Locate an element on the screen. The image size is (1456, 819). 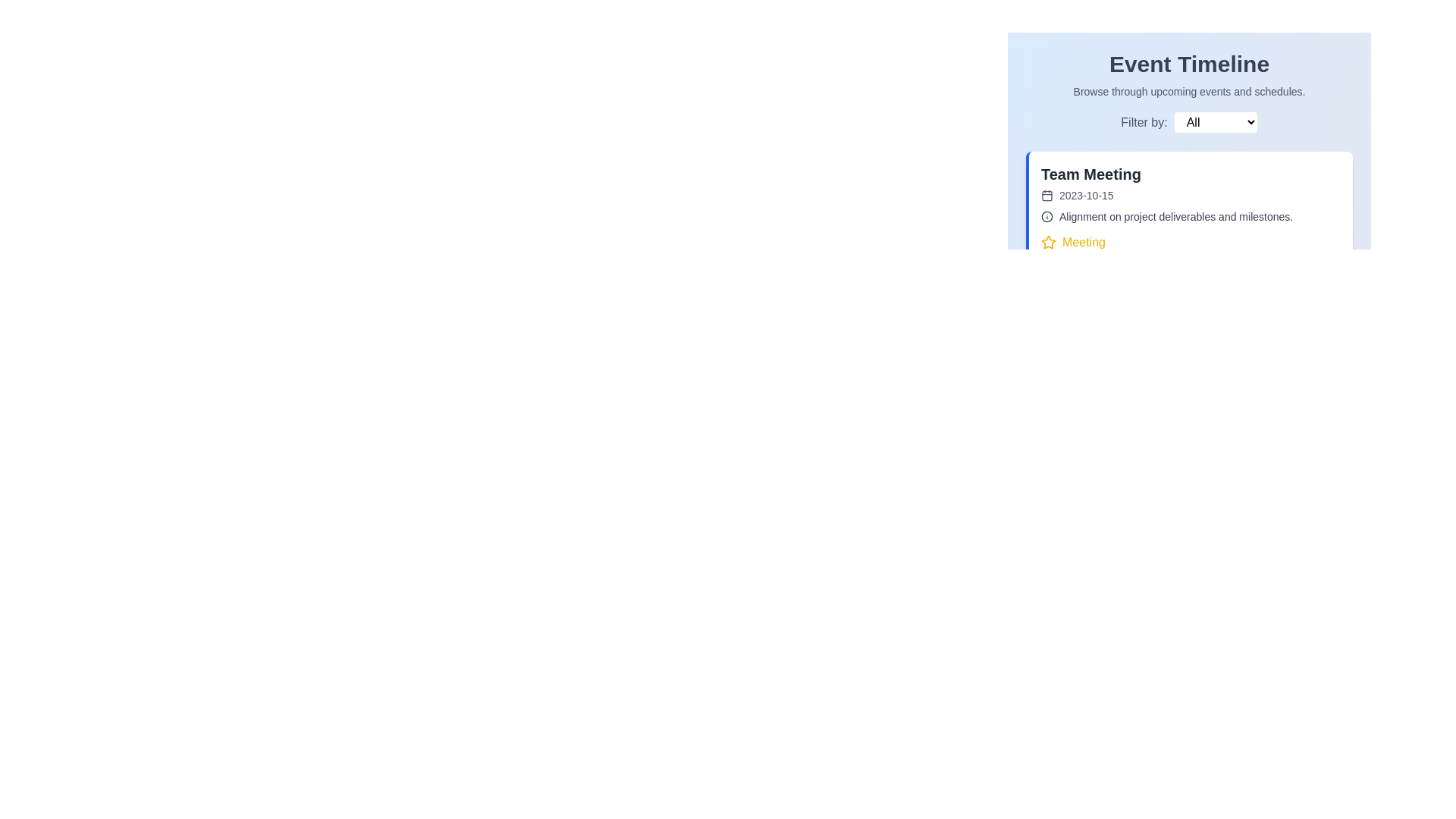
the icon with a lowercase 'i' is located at coordinates (1190, 216).